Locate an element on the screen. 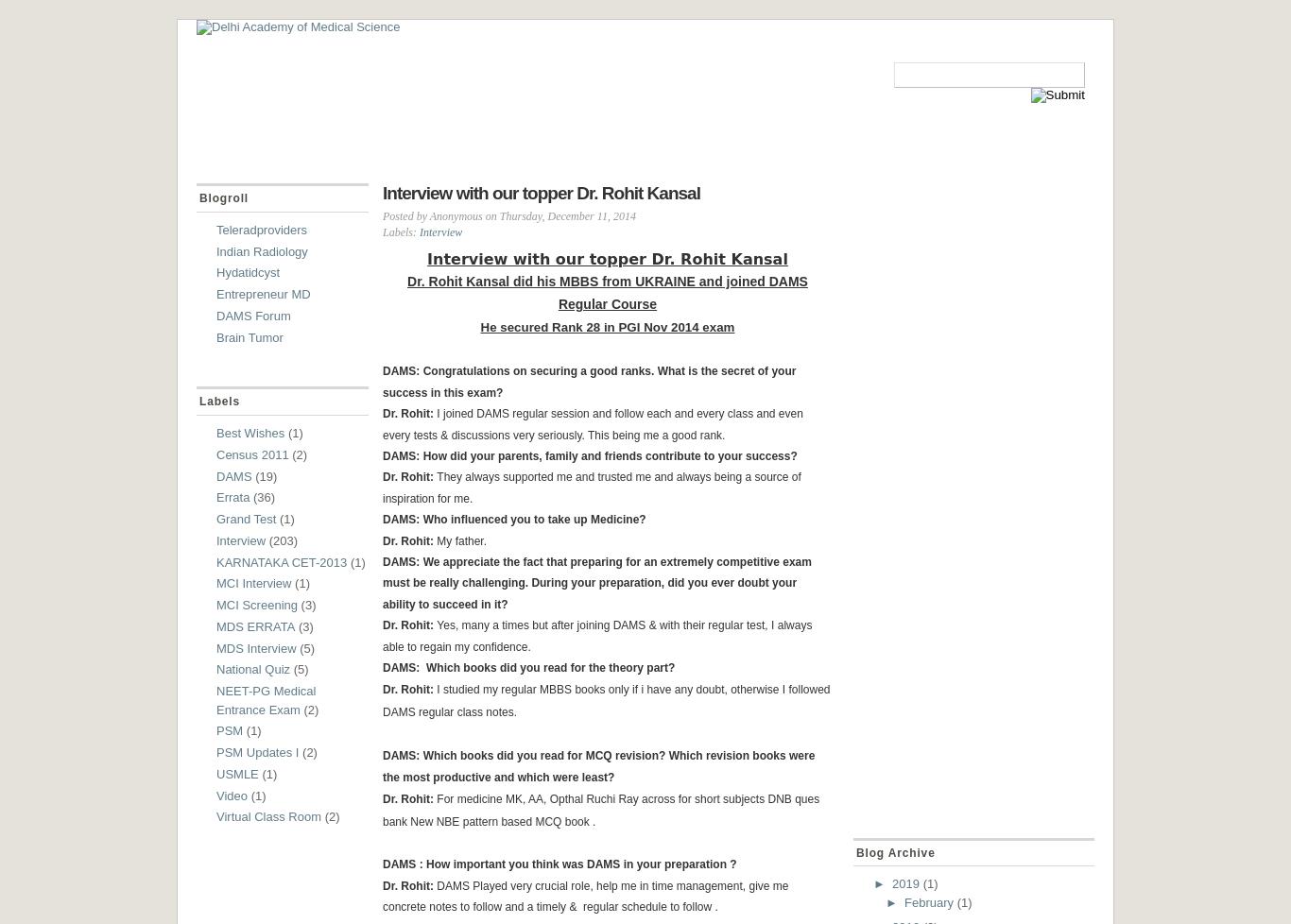 The width and height of the screenshot is (1291, 924). 'Blog Archive' is located at coordinates (855, 851).